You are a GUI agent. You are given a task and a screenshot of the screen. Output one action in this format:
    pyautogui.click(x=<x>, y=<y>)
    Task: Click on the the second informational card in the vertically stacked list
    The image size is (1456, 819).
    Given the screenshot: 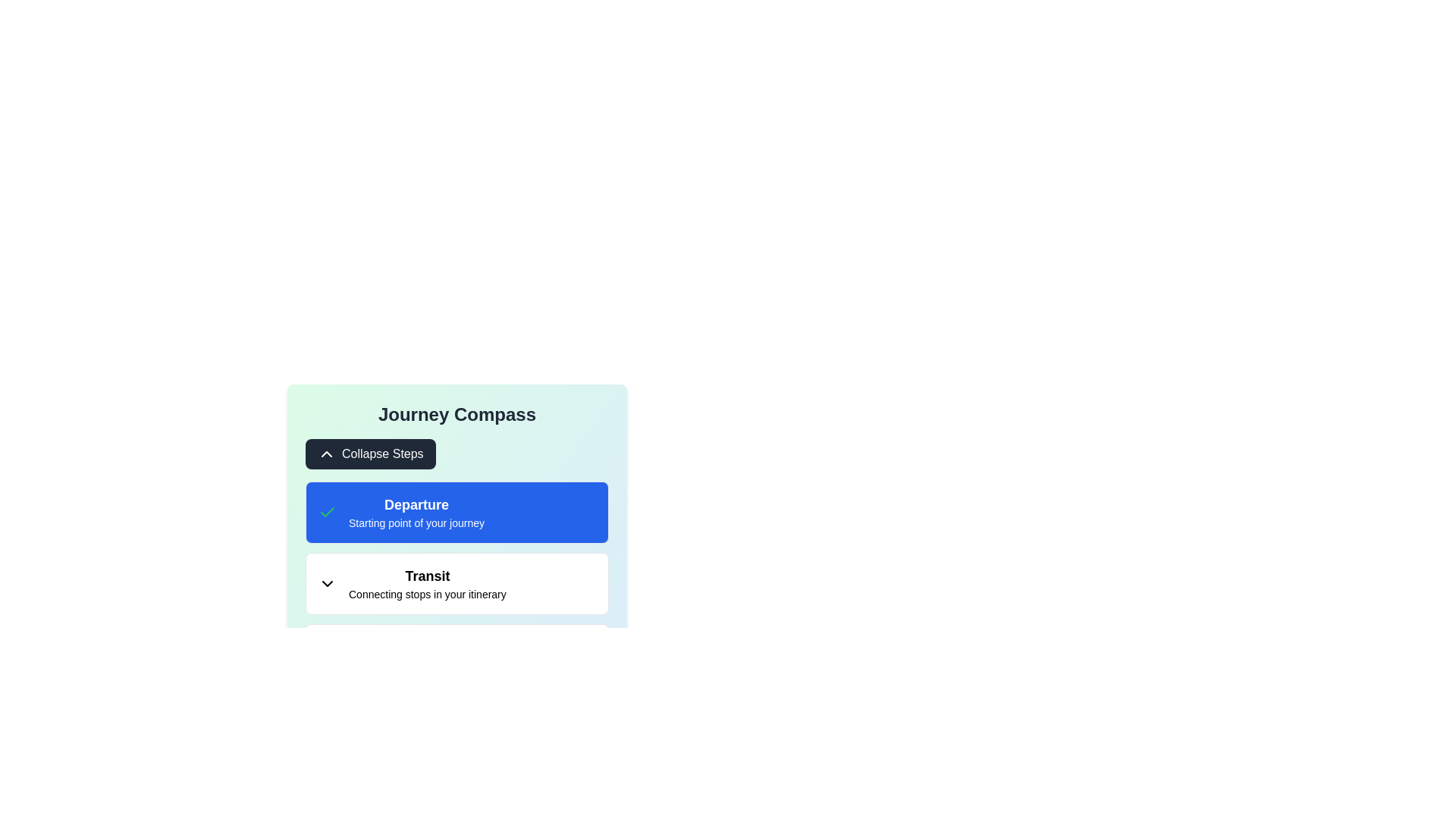 What is the action you would take?
    pyautogui.click(x=457, y=583)
    